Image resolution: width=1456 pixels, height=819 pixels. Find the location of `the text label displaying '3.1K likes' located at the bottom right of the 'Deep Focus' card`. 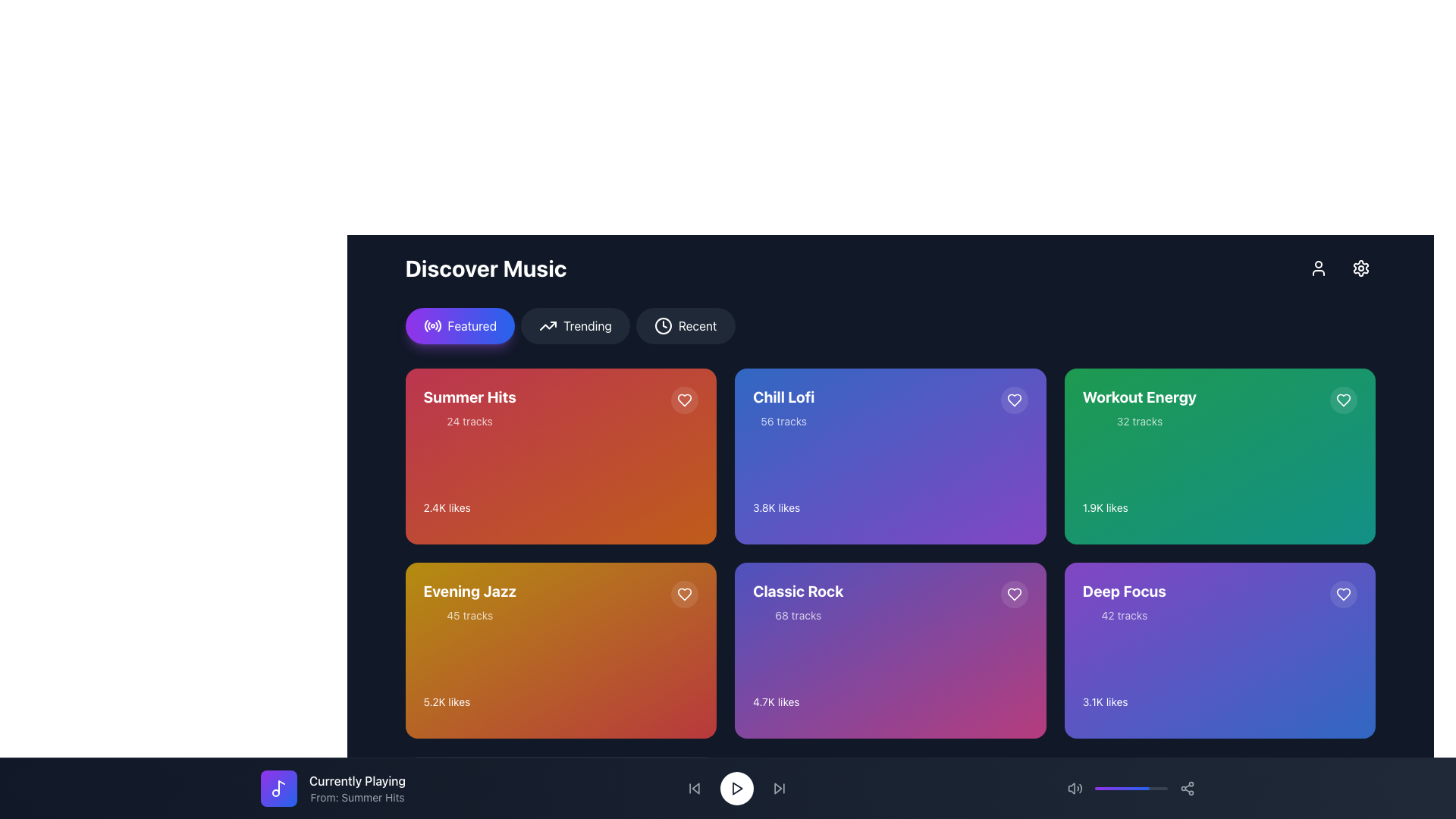

the text label displaying '3.1K likes' located at the bottom right of the 'Deep Focus' card is located at coordinates (1105, 701).